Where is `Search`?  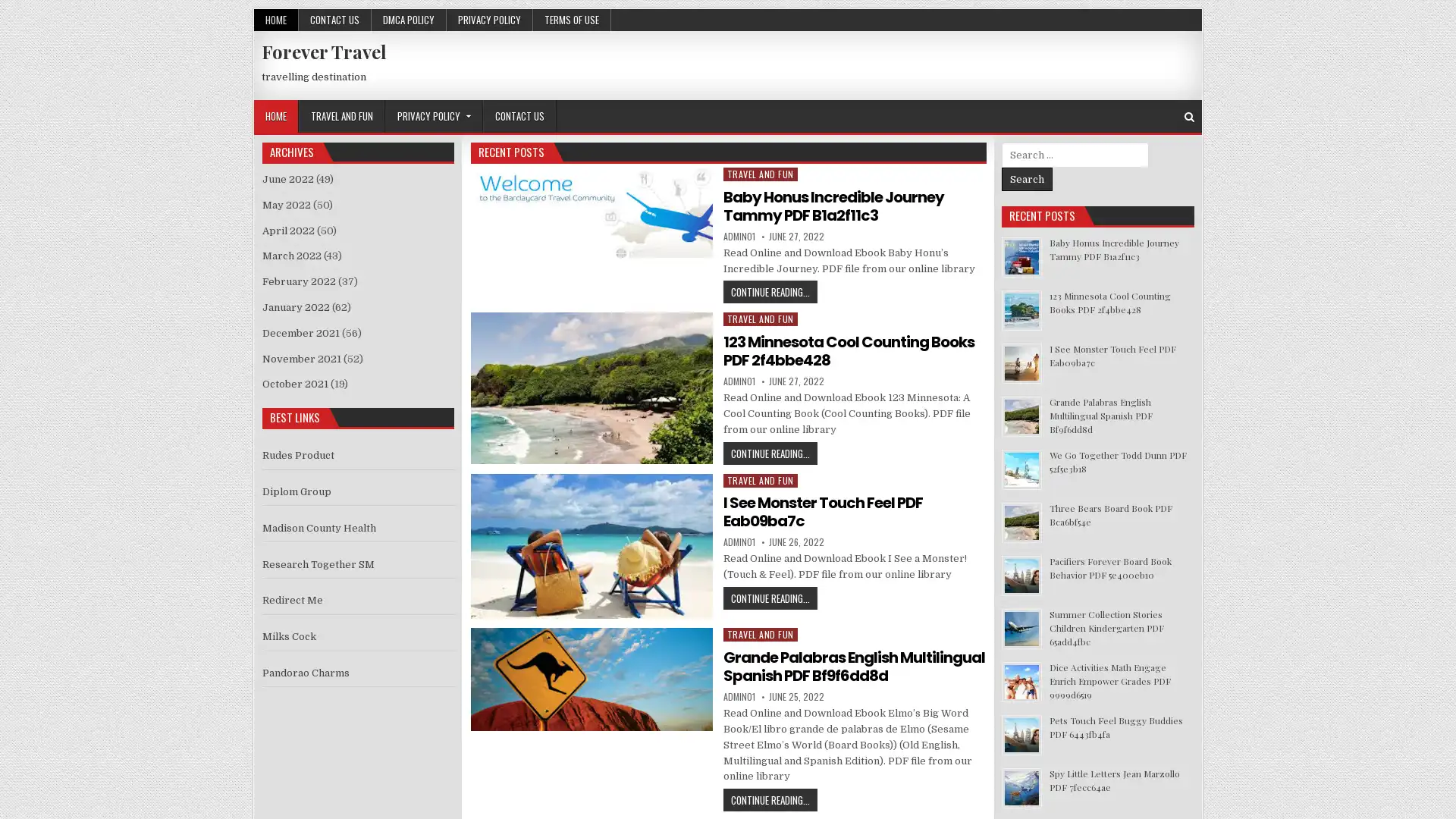 Search is located at coordinates (1027, 178).